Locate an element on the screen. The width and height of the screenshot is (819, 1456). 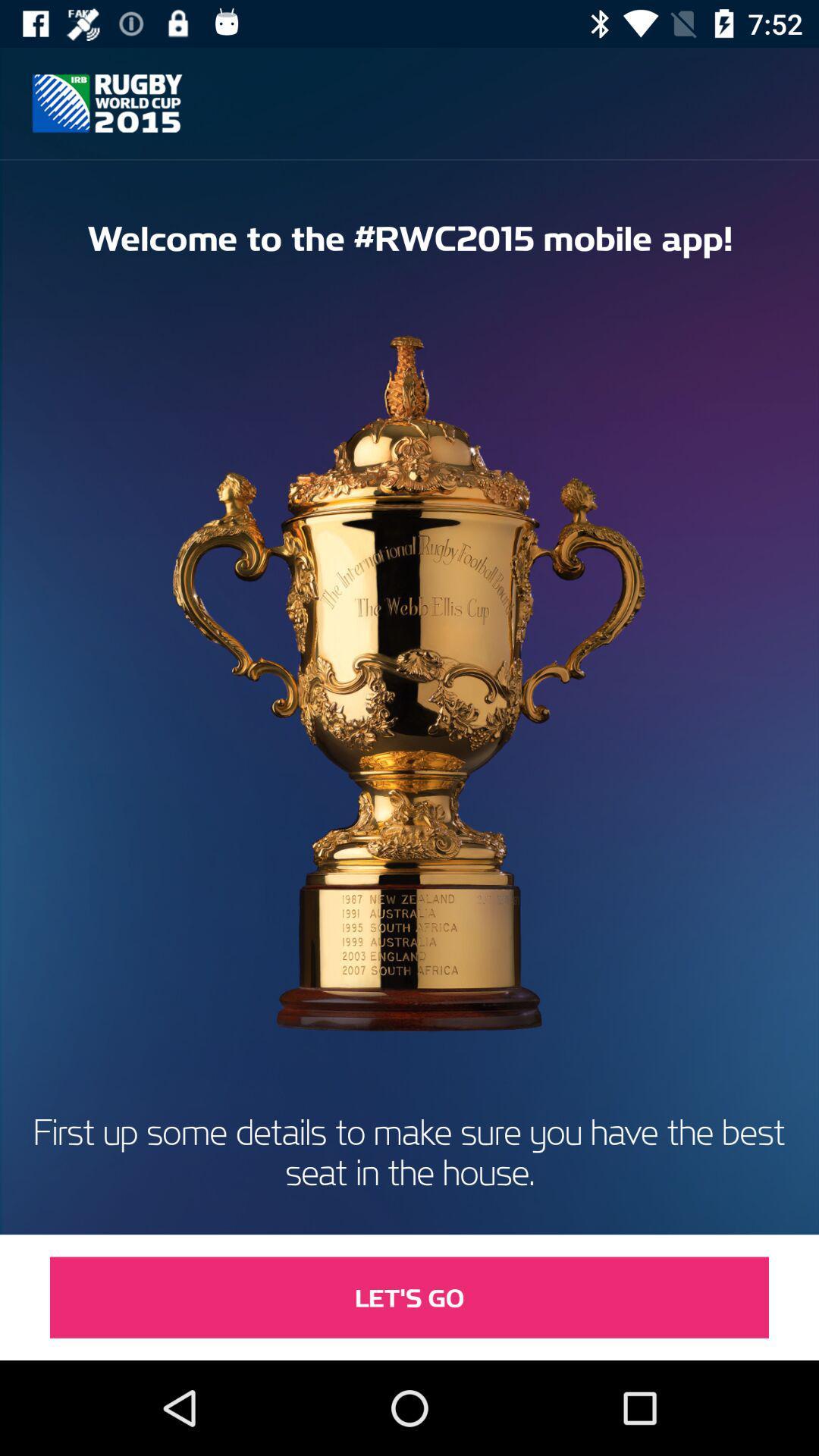
the let's go is located at coordinates (409, 1297).